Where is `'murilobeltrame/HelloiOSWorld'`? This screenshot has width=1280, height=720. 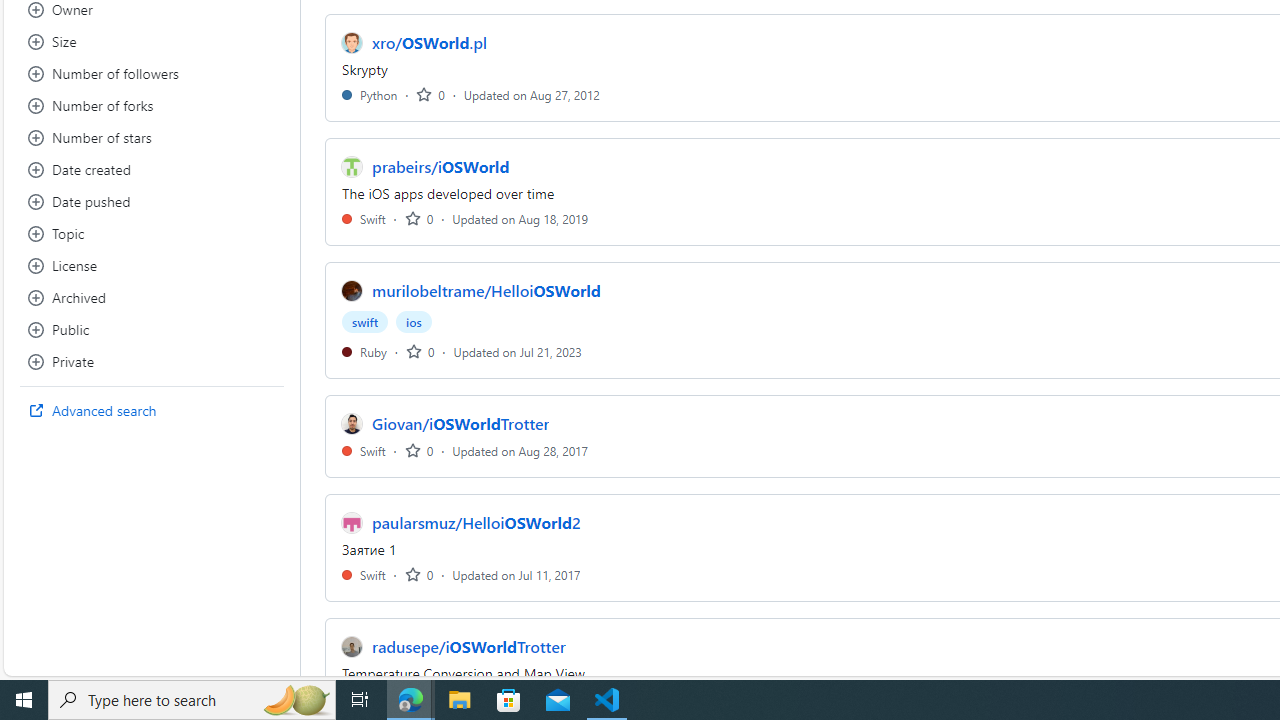 'murilobeltrame/HelloiOSWorld' is located at coordinates (487, 291).